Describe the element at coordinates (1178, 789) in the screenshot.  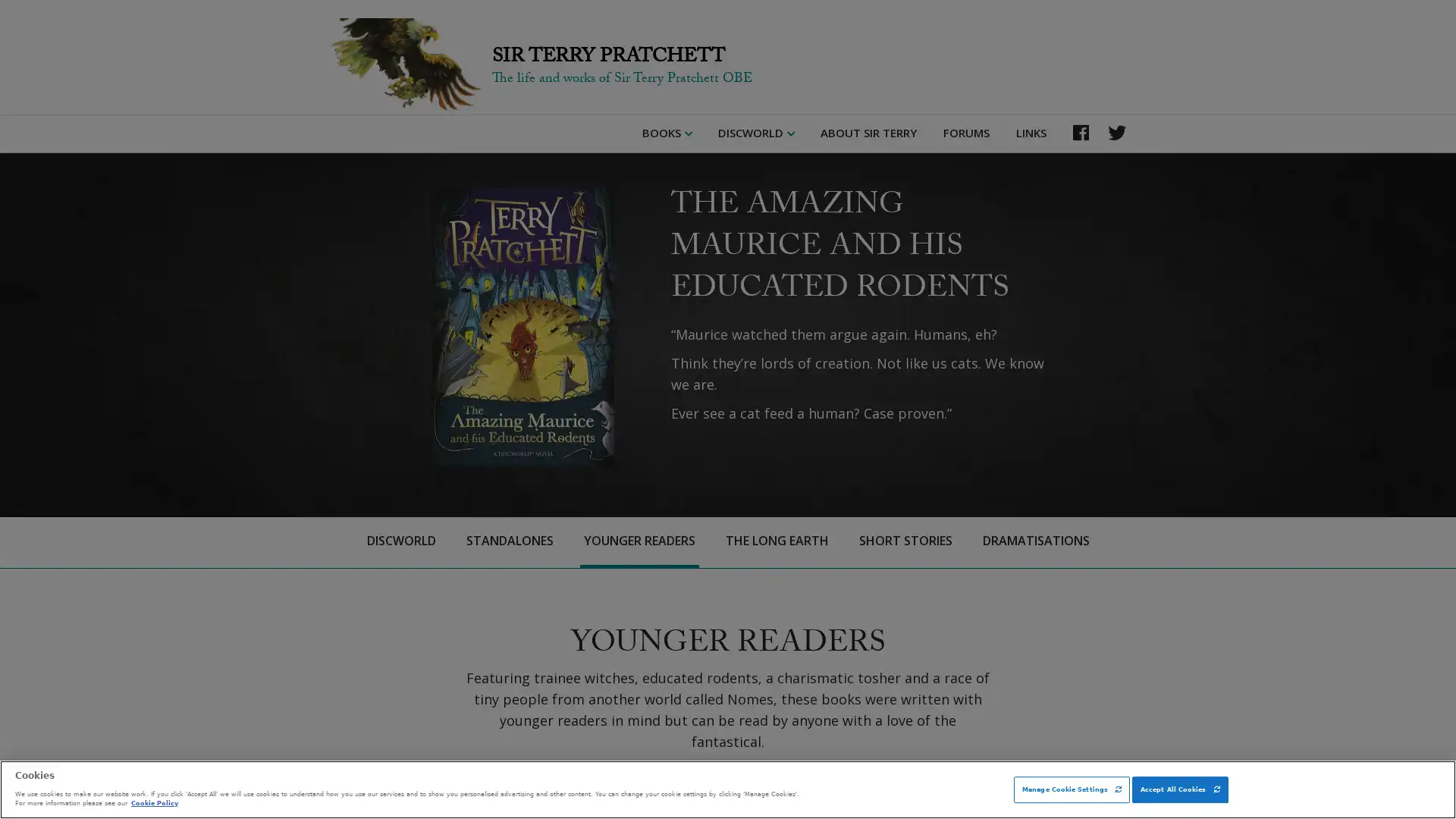
I see `Accept All Cookies` at that location.